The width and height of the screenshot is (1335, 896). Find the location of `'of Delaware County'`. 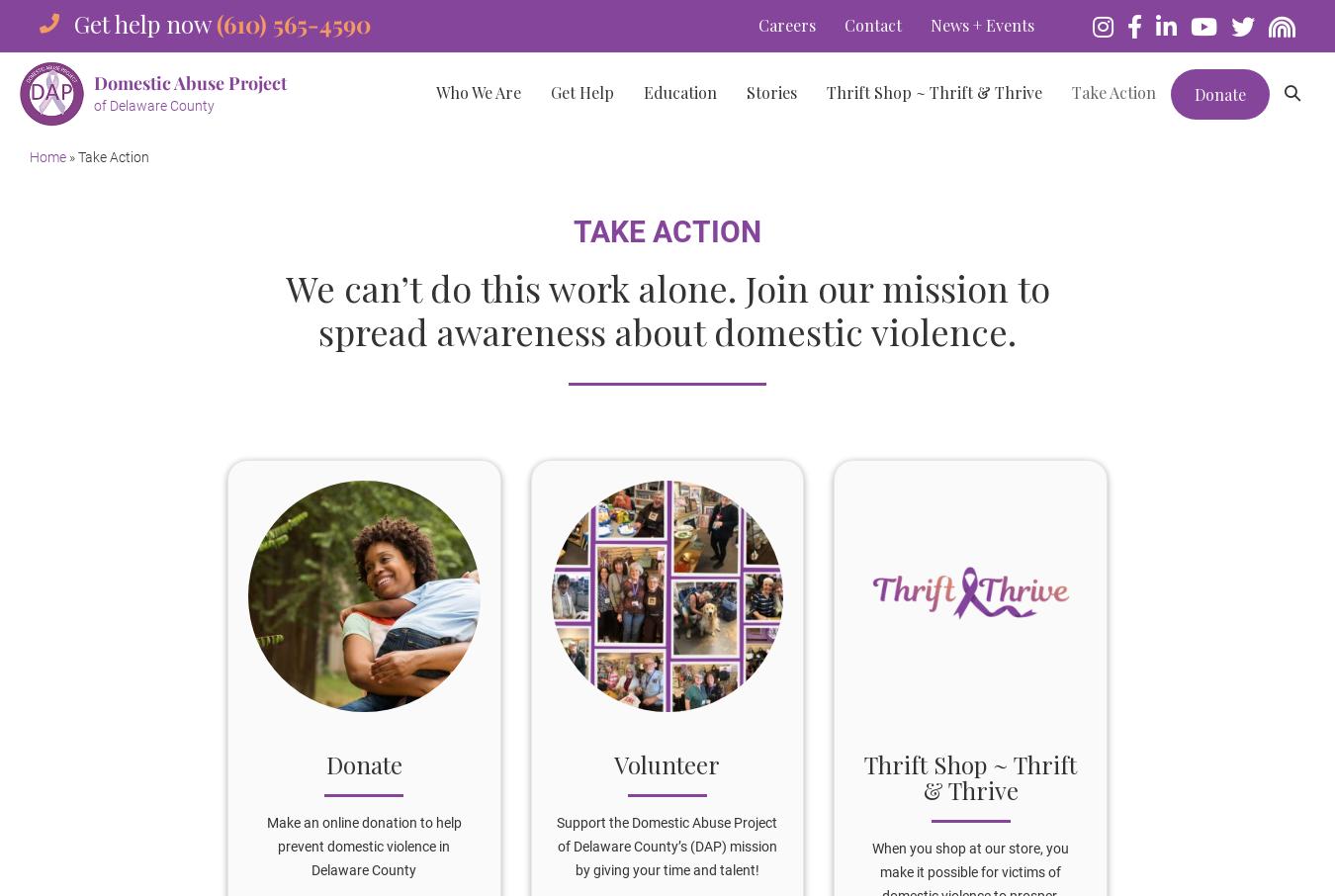

'of Delaware County' is located at coordinates (154, 104).